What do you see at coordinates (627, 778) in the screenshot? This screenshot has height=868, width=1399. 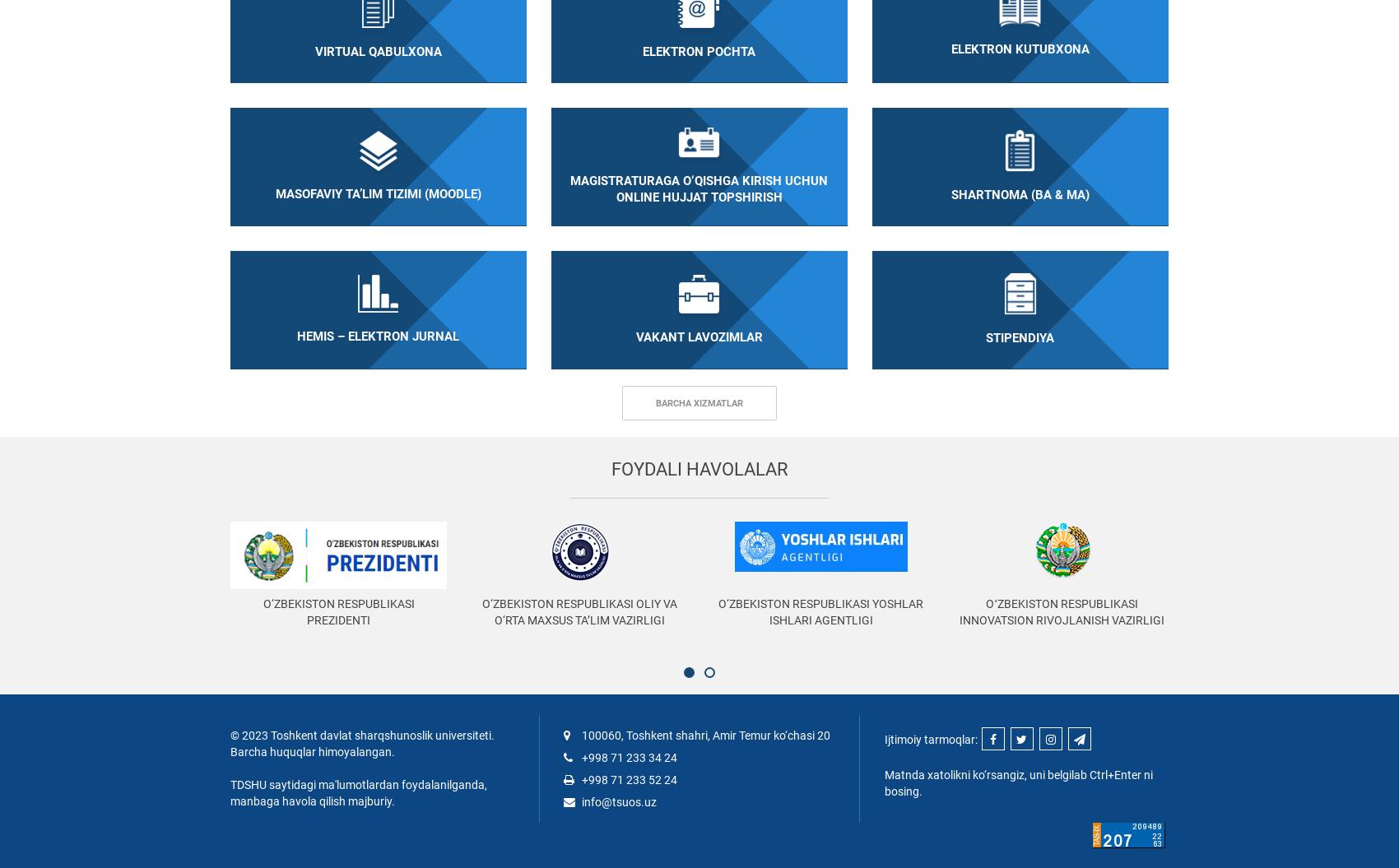 I see `'+998 71 233 52 24'` at bounding box center [627, 778].